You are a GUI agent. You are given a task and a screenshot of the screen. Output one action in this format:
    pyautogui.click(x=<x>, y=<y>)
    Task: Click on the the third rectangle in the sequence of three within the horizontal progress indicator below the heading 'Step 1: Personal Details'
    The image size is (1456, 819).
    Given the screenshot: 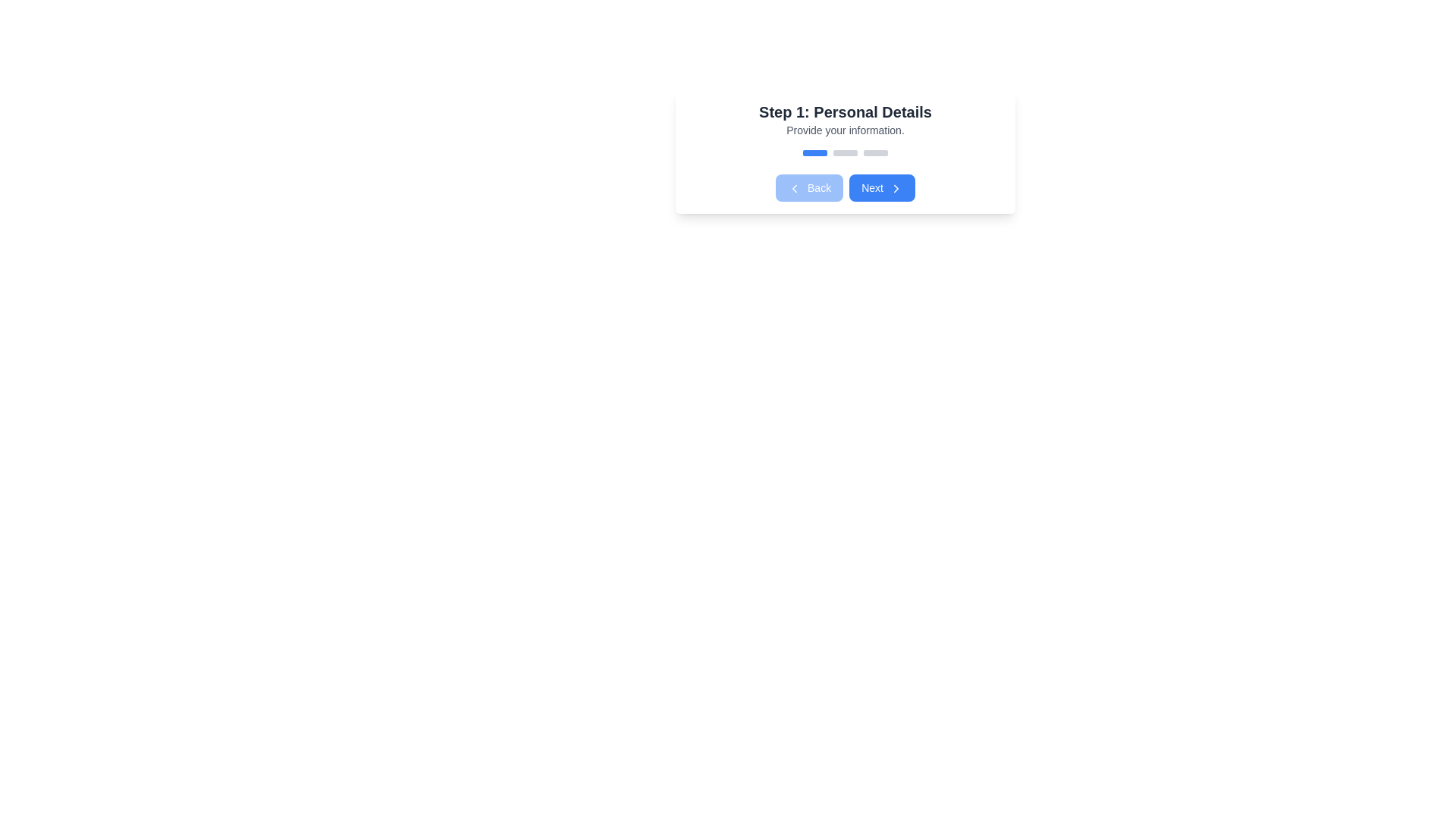 What is the action you would take?
    pyautogui.click(x=876, y=152)
    